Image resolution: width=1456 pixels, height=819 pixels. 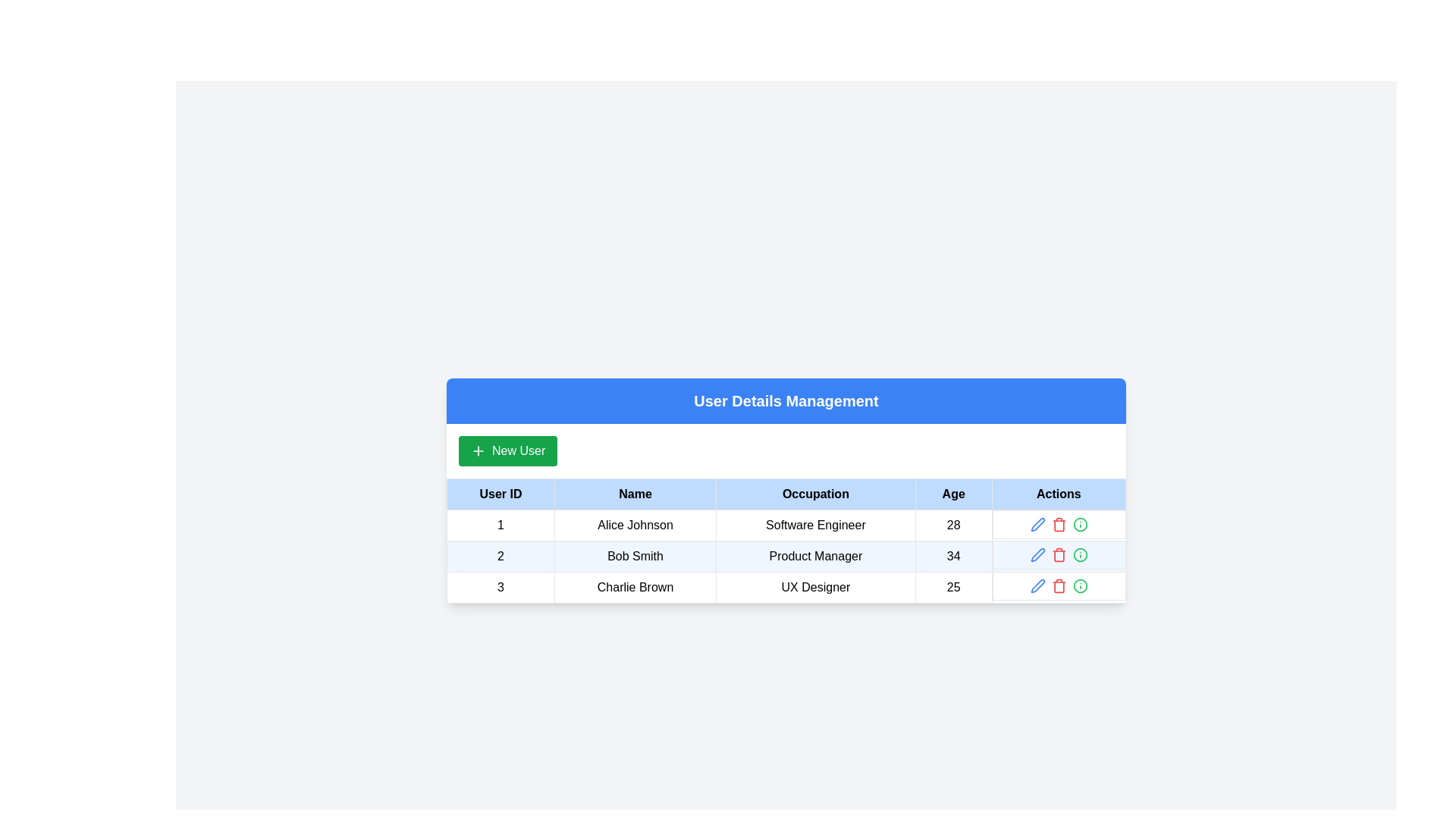 I want to click on the 'New User' label within the button component located beneath the 'User Details Management' header, so click(x=519, y=450).